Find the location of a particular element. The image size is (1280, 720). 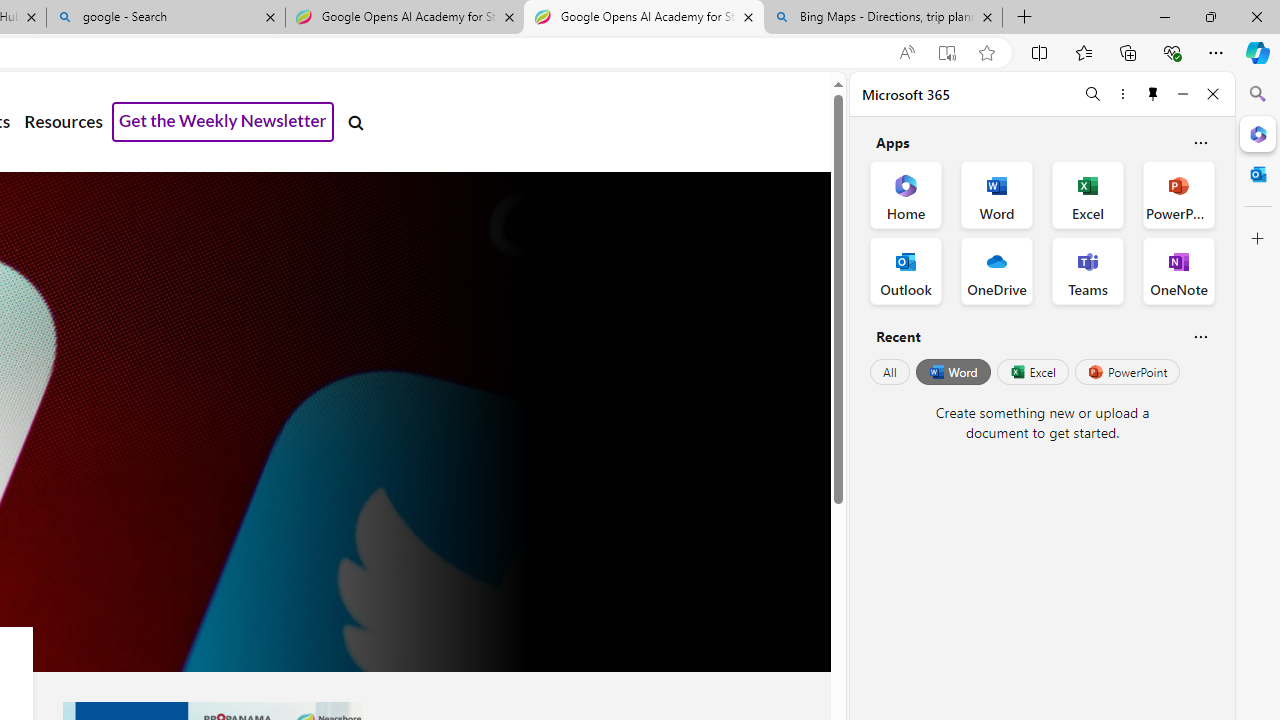

'Resources' is located at coordinates (63, 122).